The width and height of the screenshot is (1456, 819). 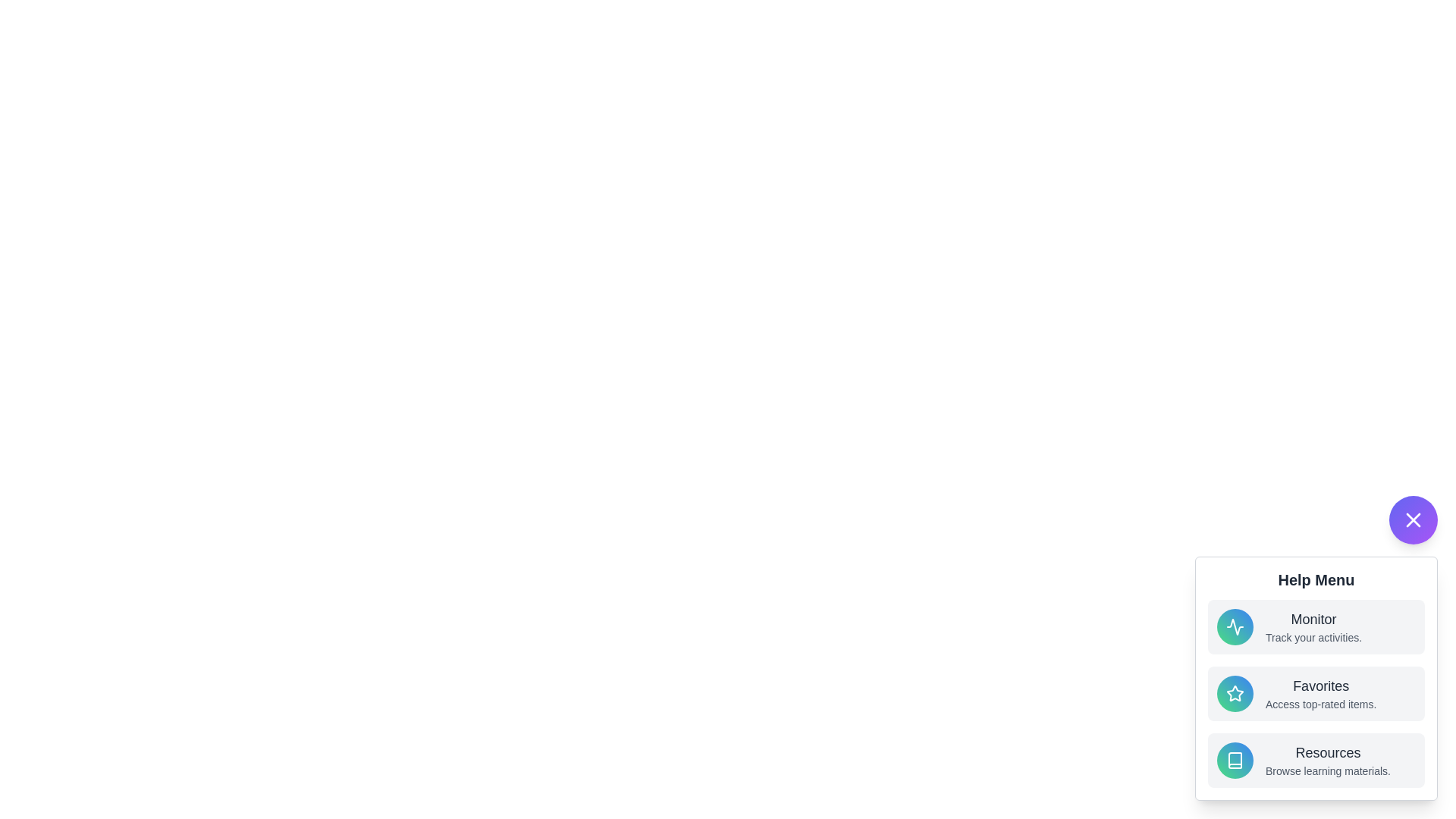 I want to click on the help option Monitor by clicking on it, so click(x=1316, y=626).